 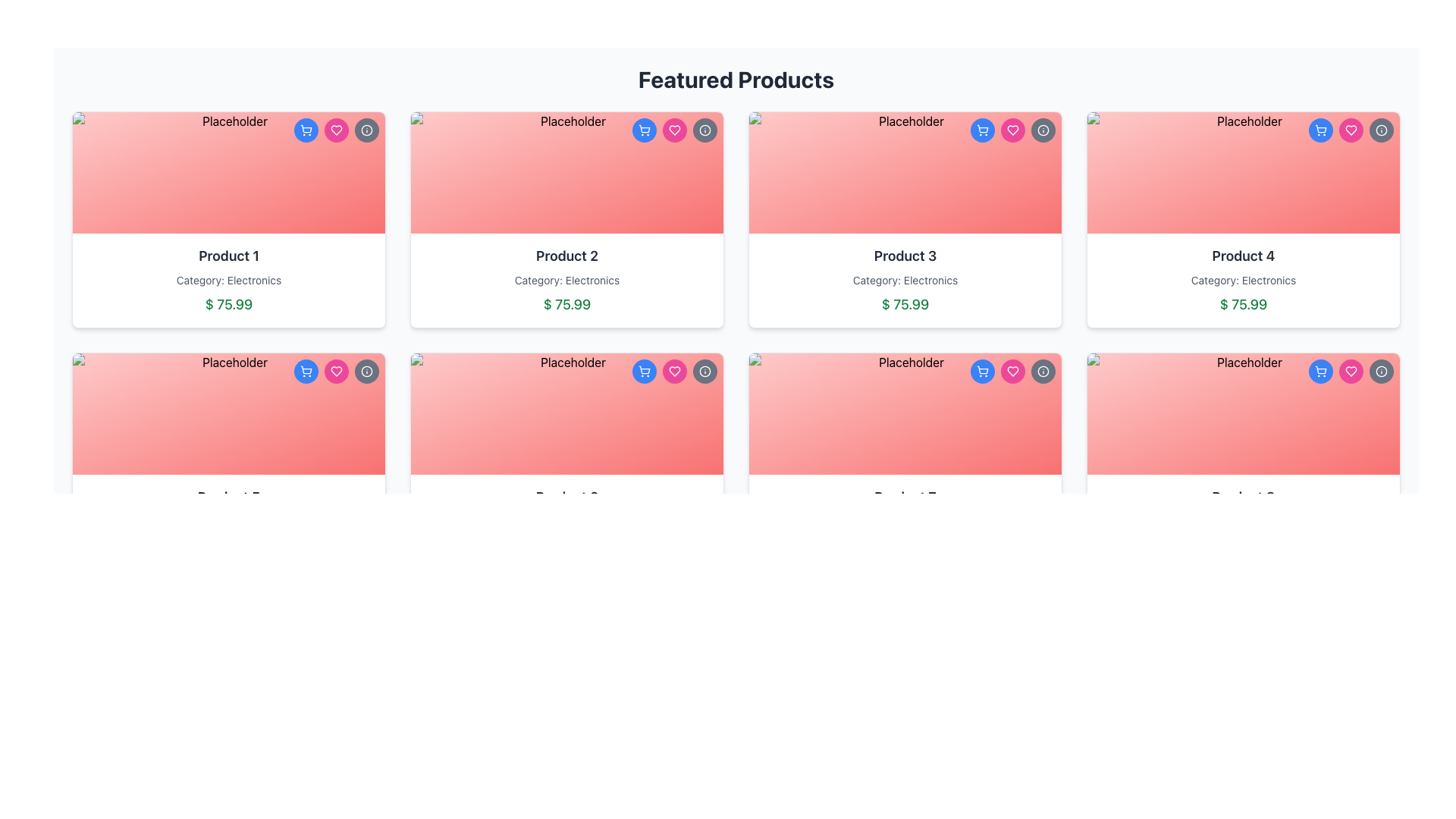 What do you see at coordinates (905, 304) in the screenshot?
I see `the price display for 'Product 3' located at the bottom of the card, underneath 'Category: Electronics'` at bounding box center [905, 304].